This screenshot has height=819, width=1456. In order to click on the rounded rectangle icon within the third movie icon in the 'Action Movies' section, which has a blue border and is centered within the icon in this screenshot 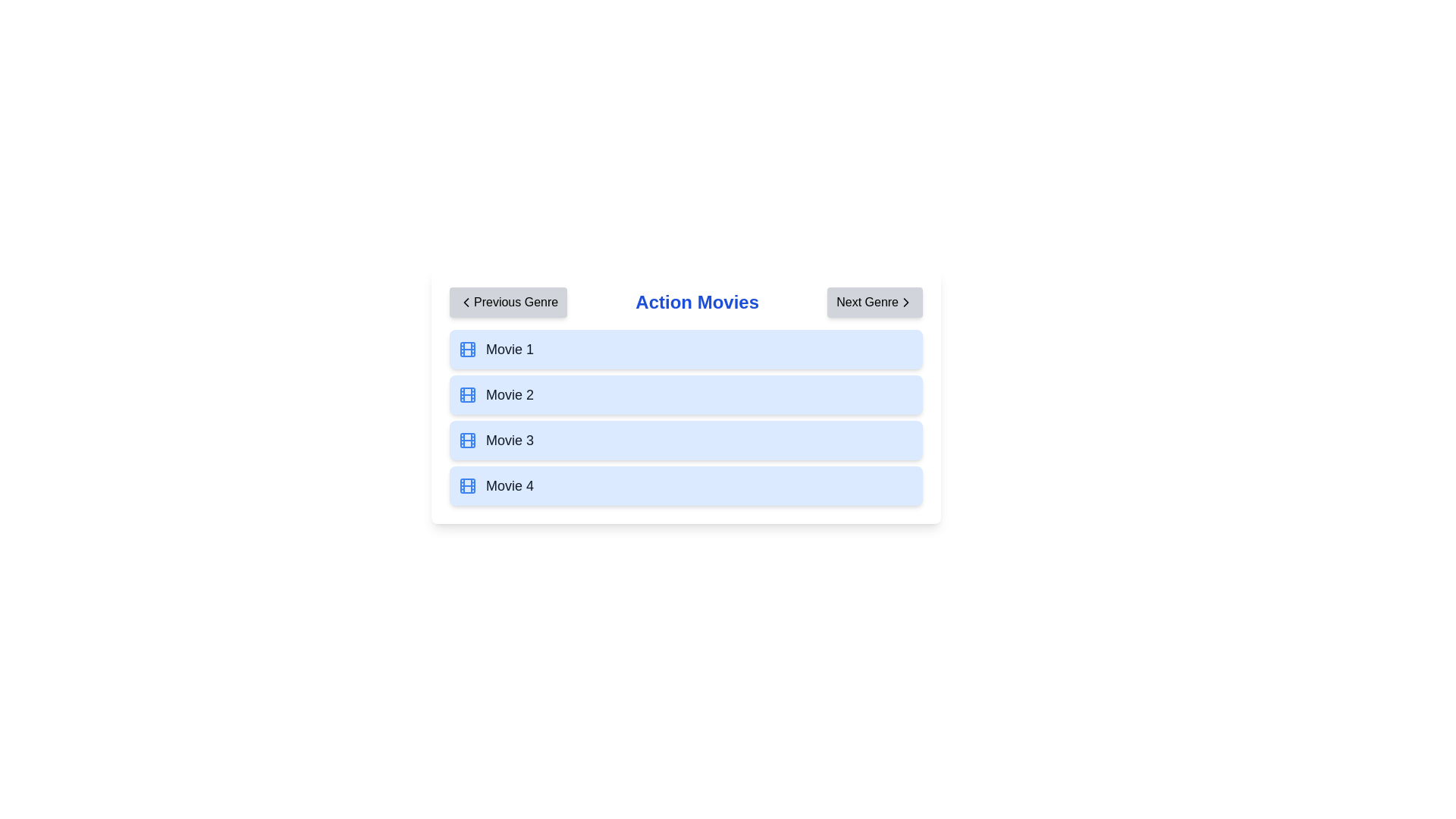, I will do `click(467, 441)`.